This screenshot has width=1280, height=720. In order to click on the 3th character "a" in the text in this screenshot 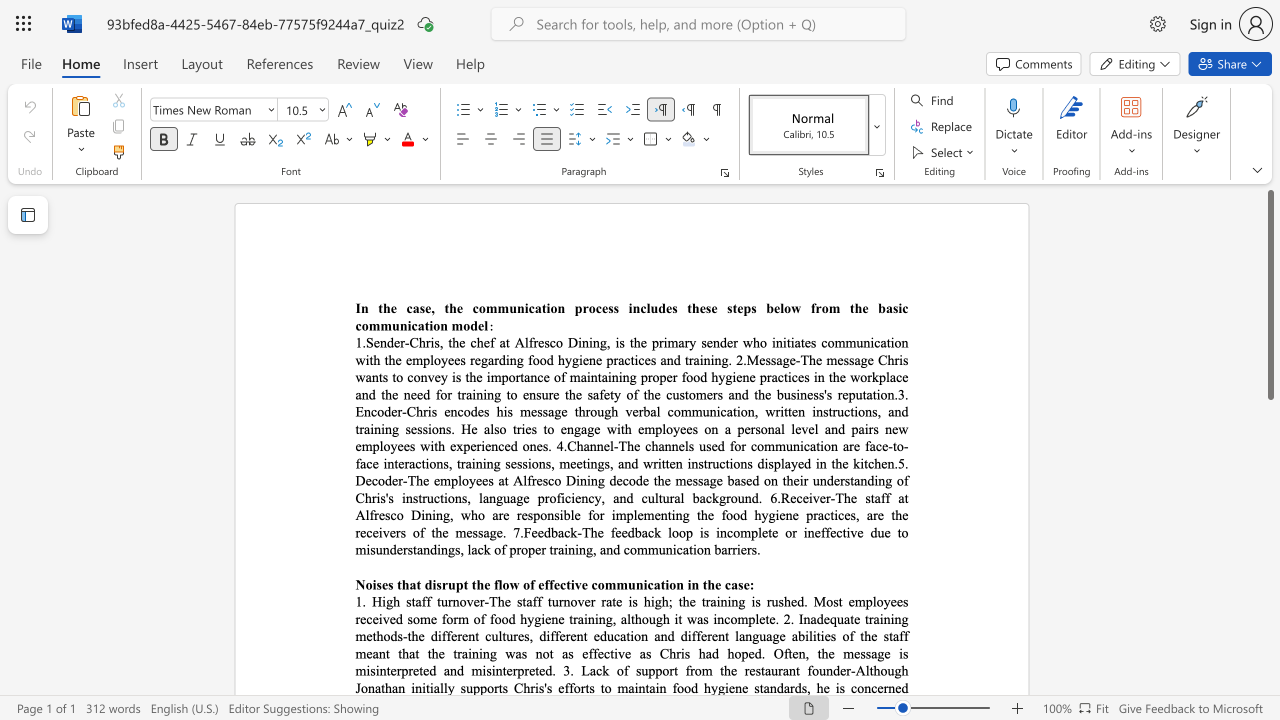, I will do `click(888, 308)`.